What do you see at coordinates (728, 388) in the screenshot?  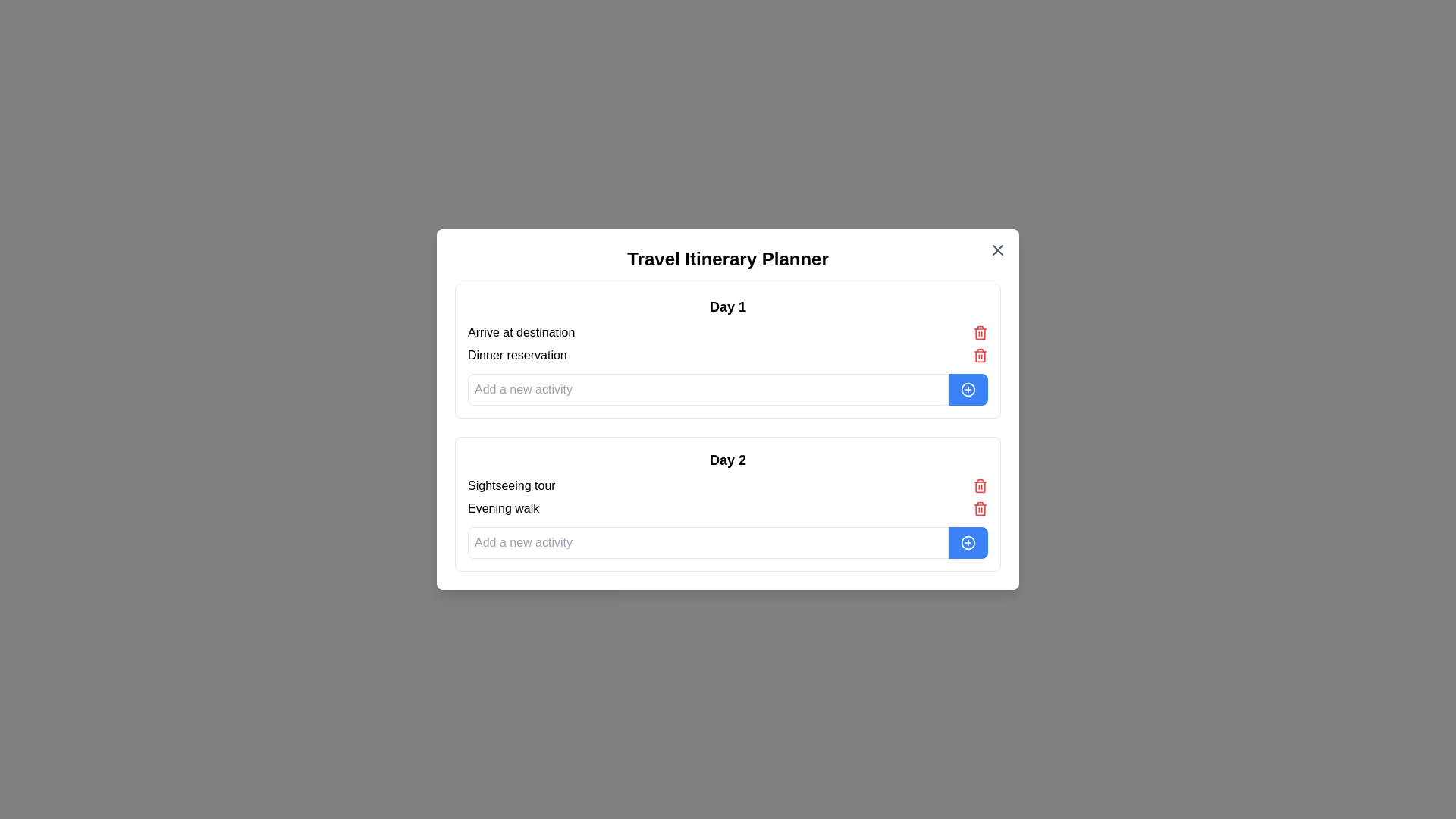 I see `the input field of the composite component that includes a text input for adding a new activity and a '+' button, located below the listed activities under the 'Day 1' section` at bounding box center [728, 388].